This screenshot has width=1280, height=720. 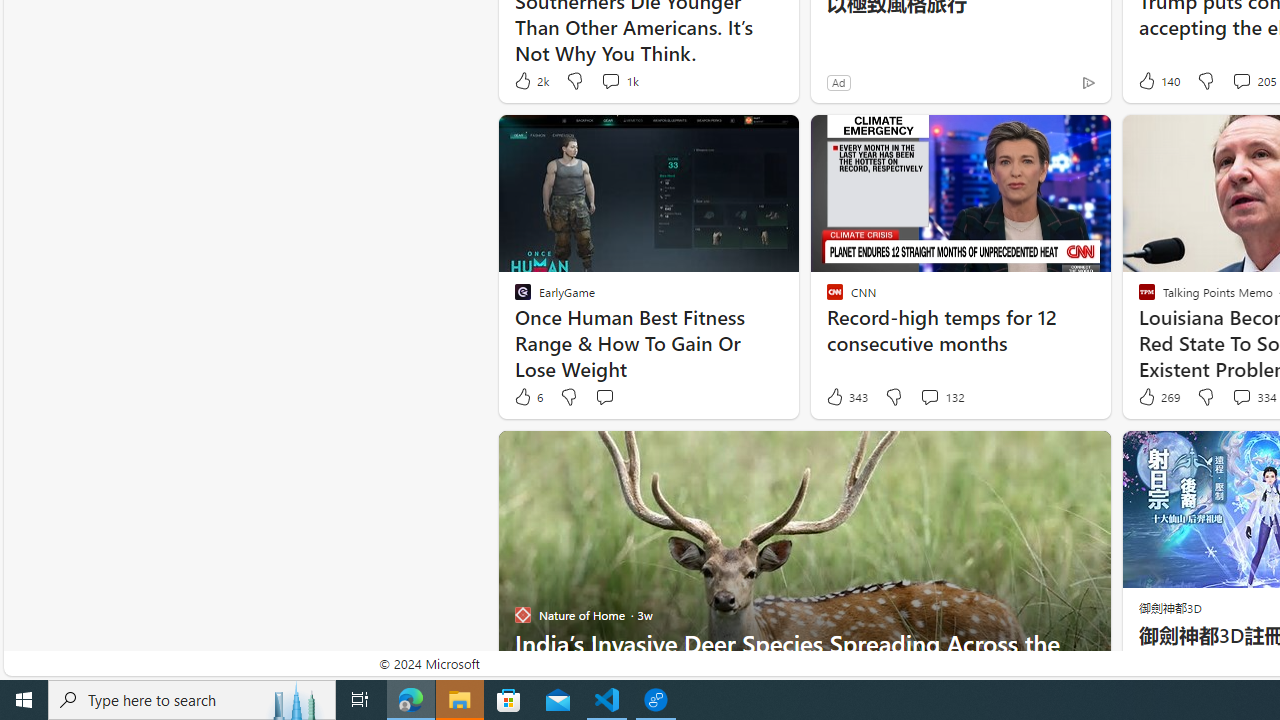 What do you see at coordinates (941, 397) in the screenshot?
I see `'View comments 132 Comment'` at bounding box center [941, 397].